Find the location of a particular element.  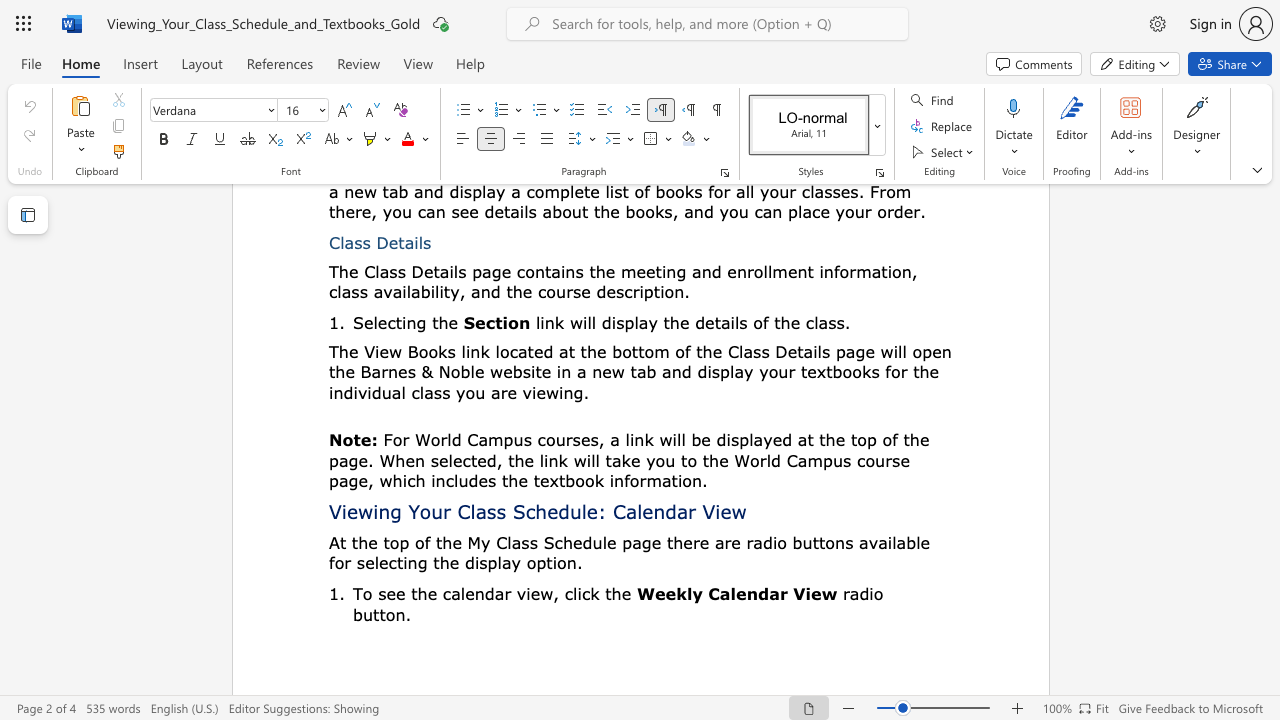

the subset text "s Schedule:" within the text "Viewing Your Class Schedule: Calendar View" is located at coordinates (496, 510).